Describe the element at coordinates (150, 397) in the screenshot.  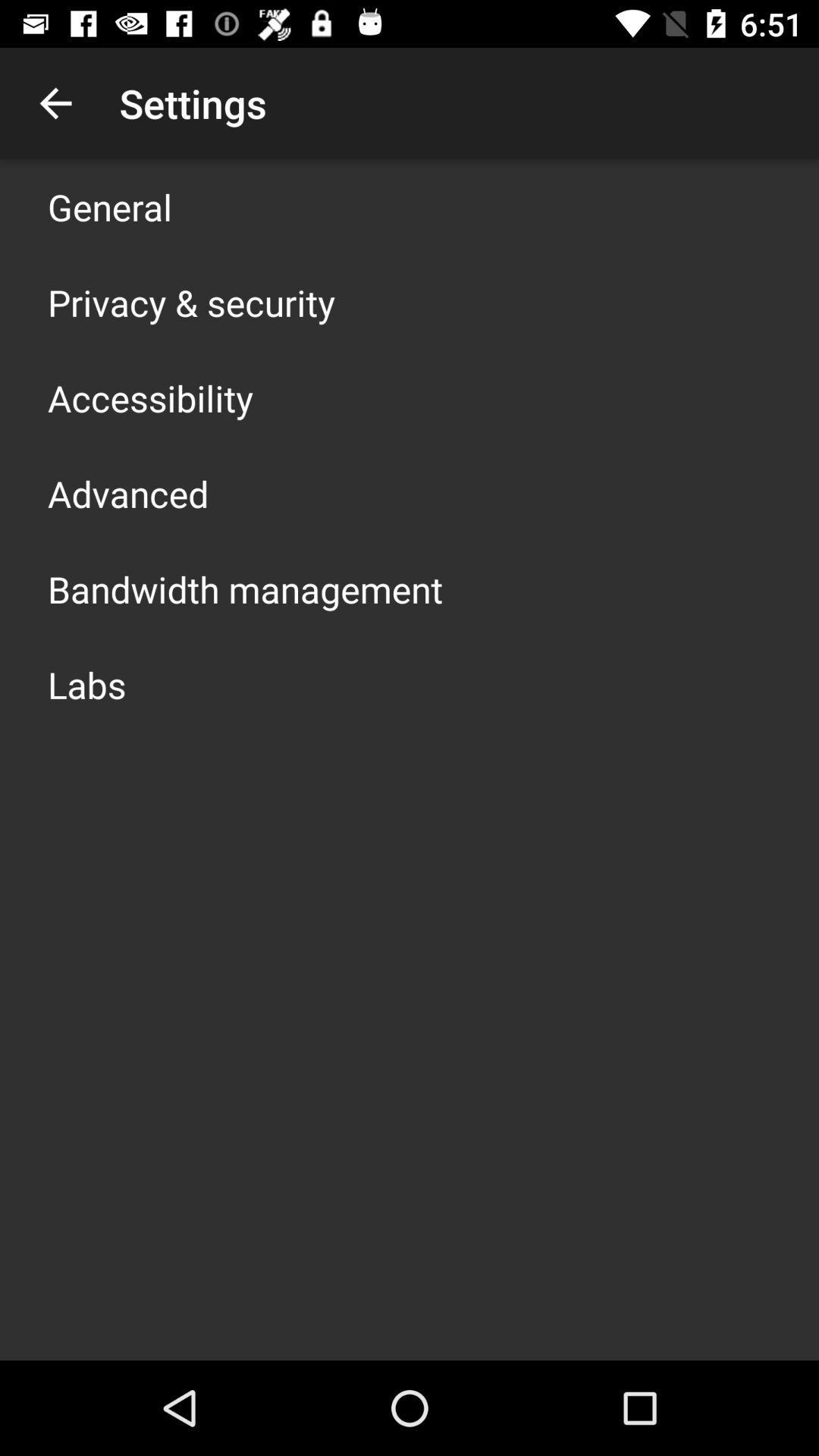
I see `the accessibility app` at that location.